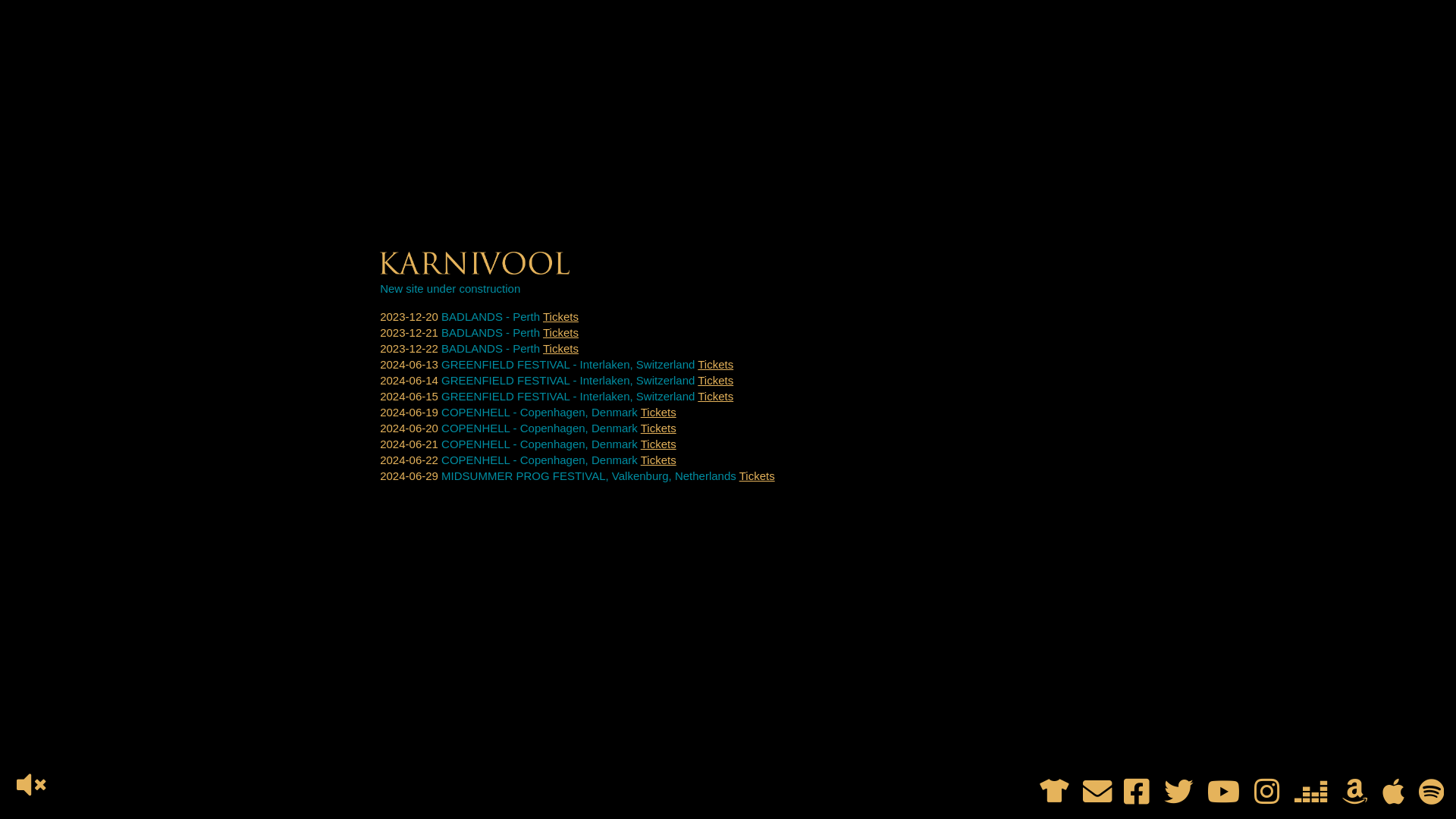  What do you see at coordinates (560, 348) in the screenshot?
I see `'Tickets'` at bounding box center [560, 348].